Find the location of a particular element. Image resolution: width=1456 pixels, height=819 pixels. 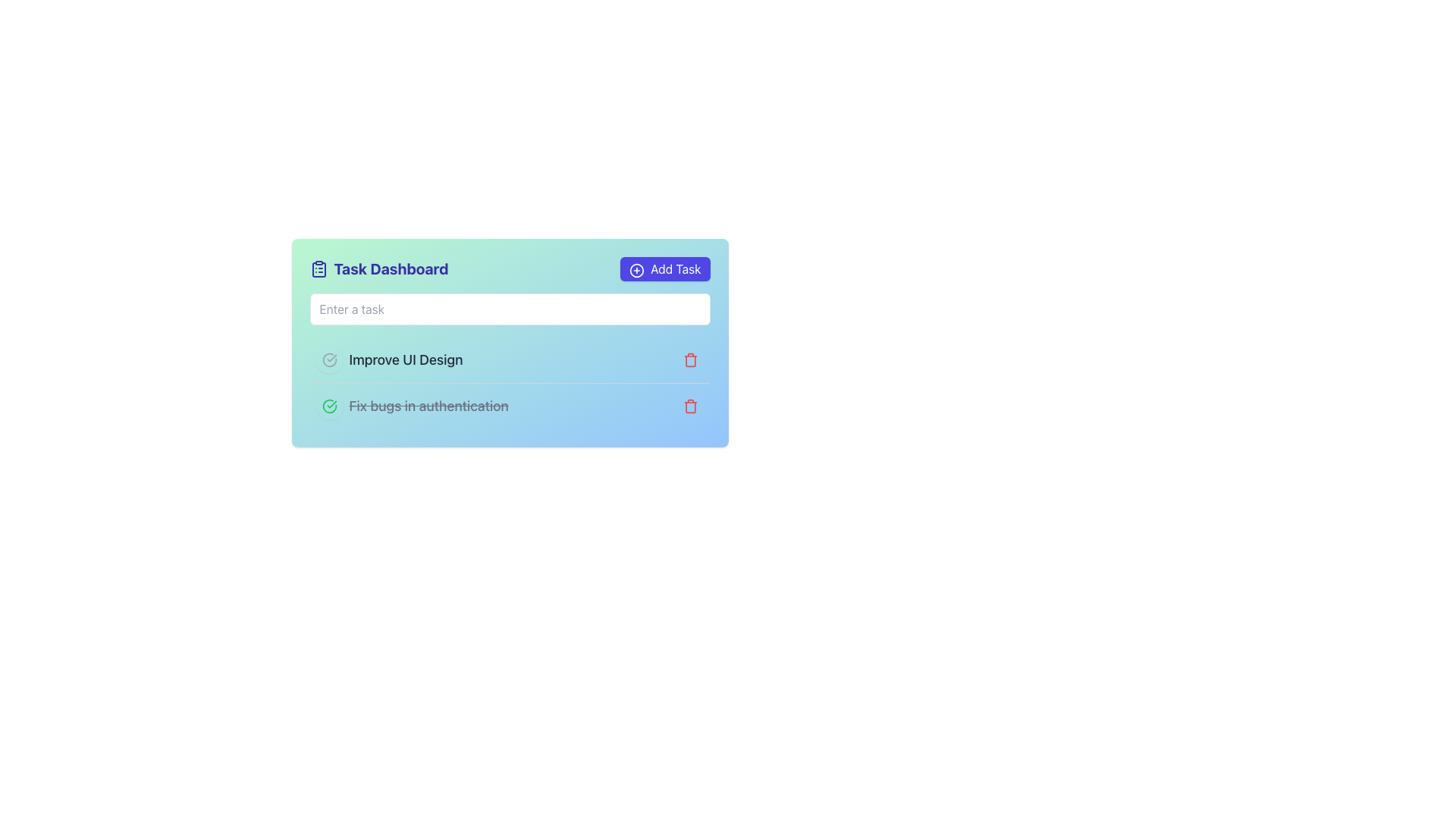

the text label displaying 'Fix bugs in authentication' is located at coordinates (412, 406).